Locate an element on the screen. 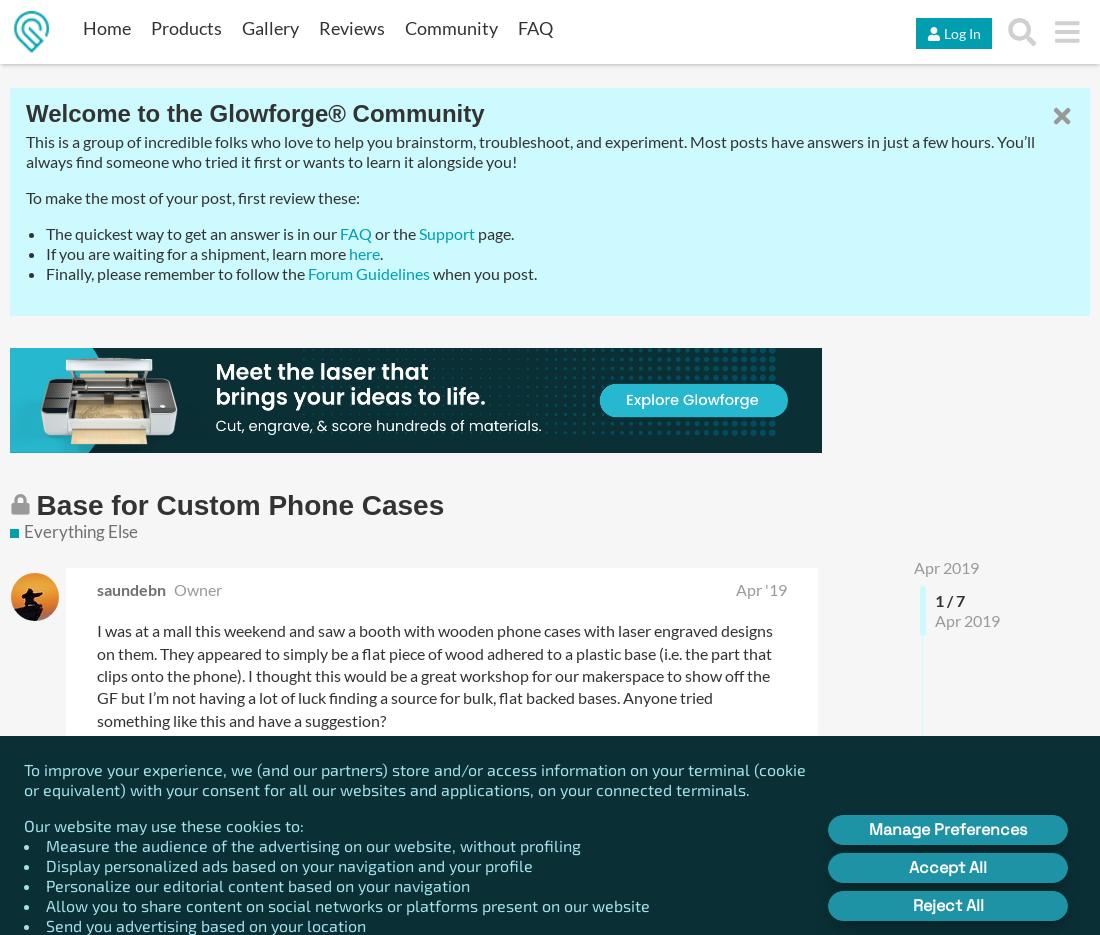 This screenshot has height=935, width=1100. 'Finally, please remember to  follow the' is located at coordinates (175, 272).